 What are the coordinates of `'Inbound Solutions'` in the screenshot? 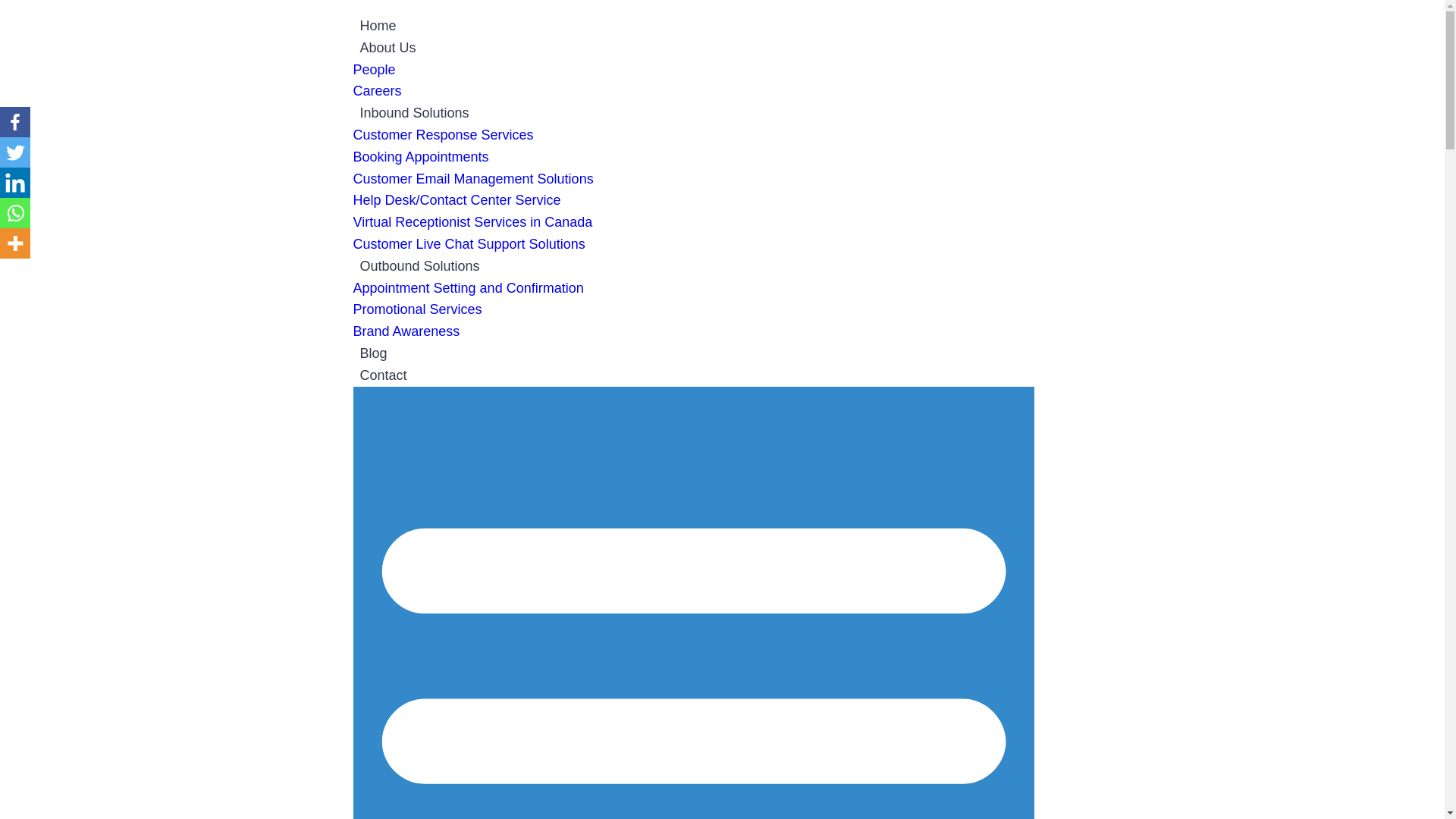 It's located at (415, 112).